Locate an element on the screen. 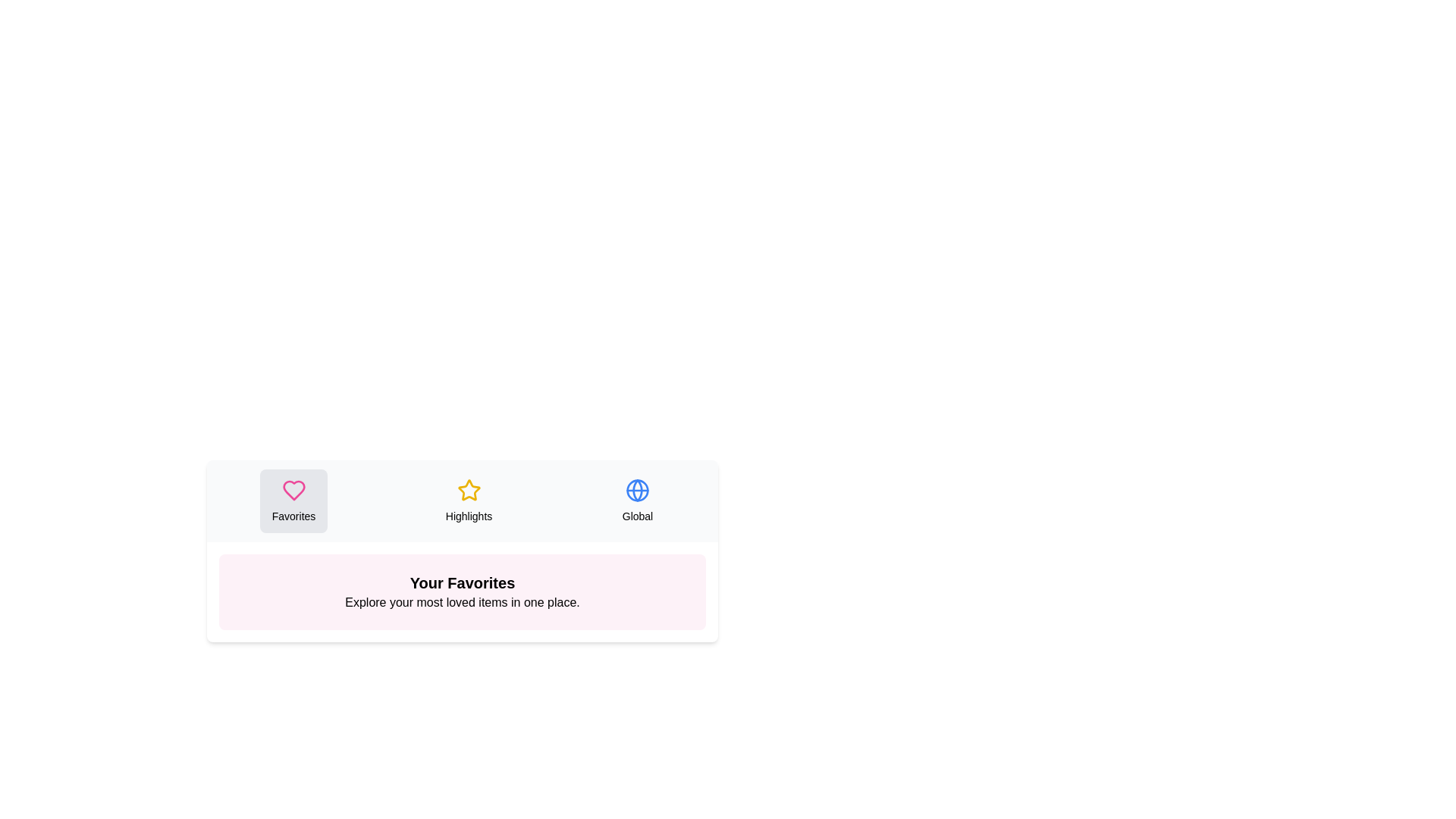  the Favorites tab is located at coordinates (293, 500).